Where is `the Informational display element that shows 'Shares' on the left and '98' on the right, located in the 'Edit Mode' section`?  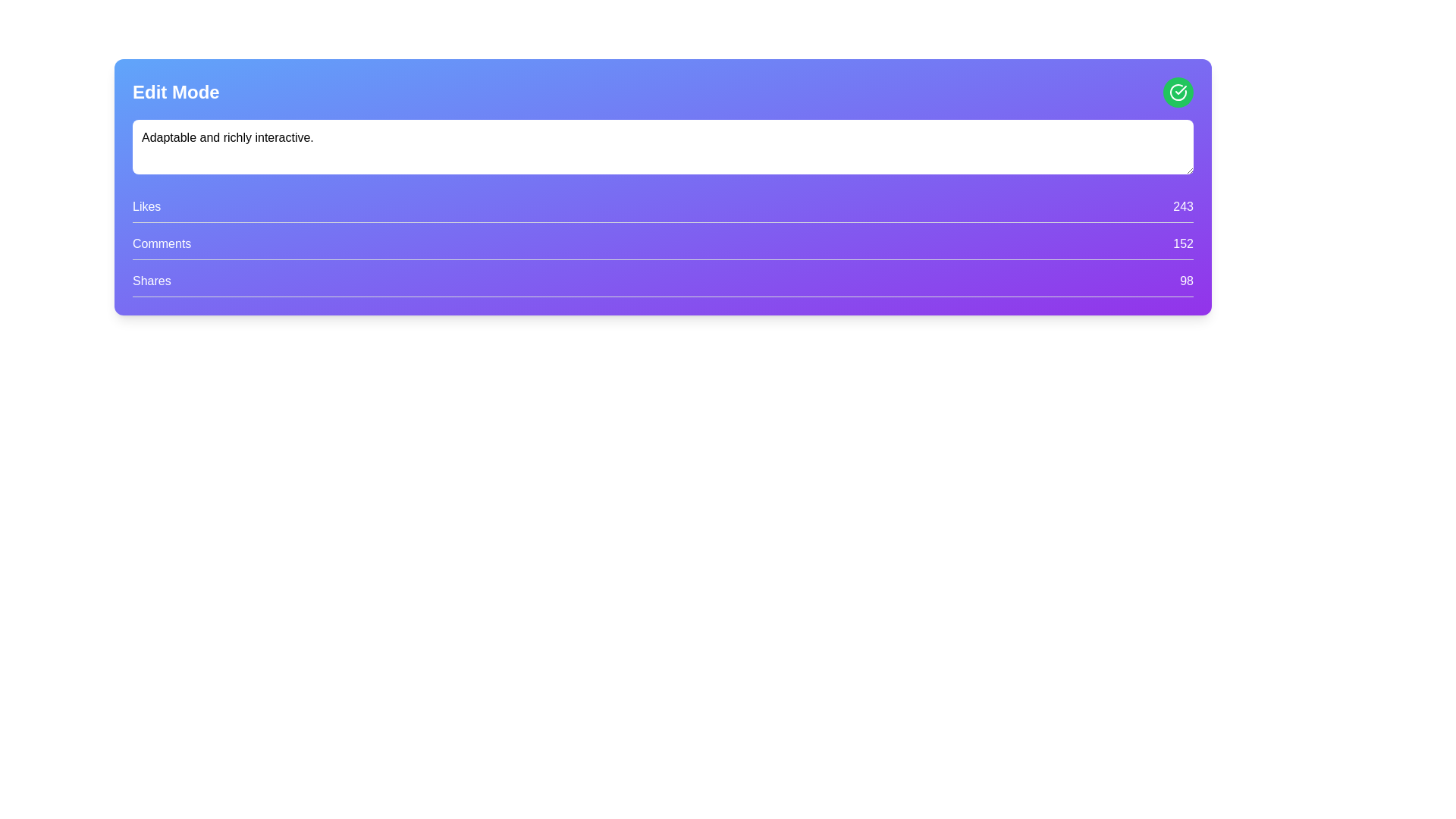
the Informational display element that shows 'Shares' on the left and '98' on the right, located in the 'Edit Mode' section is located at coordinates (663, 284).